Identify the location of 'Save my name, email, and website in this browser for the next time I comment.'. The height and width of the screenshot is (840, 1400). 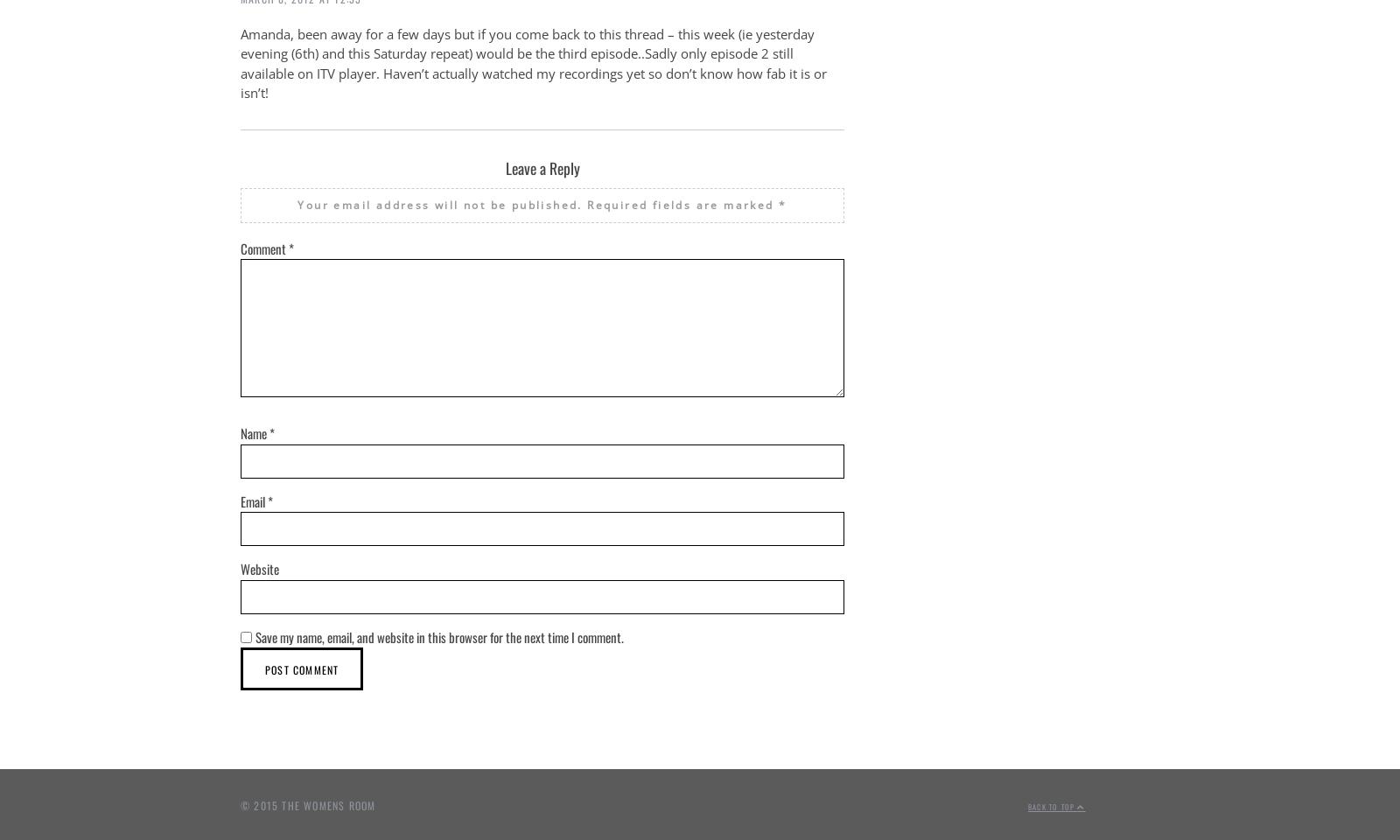
(438, 635).